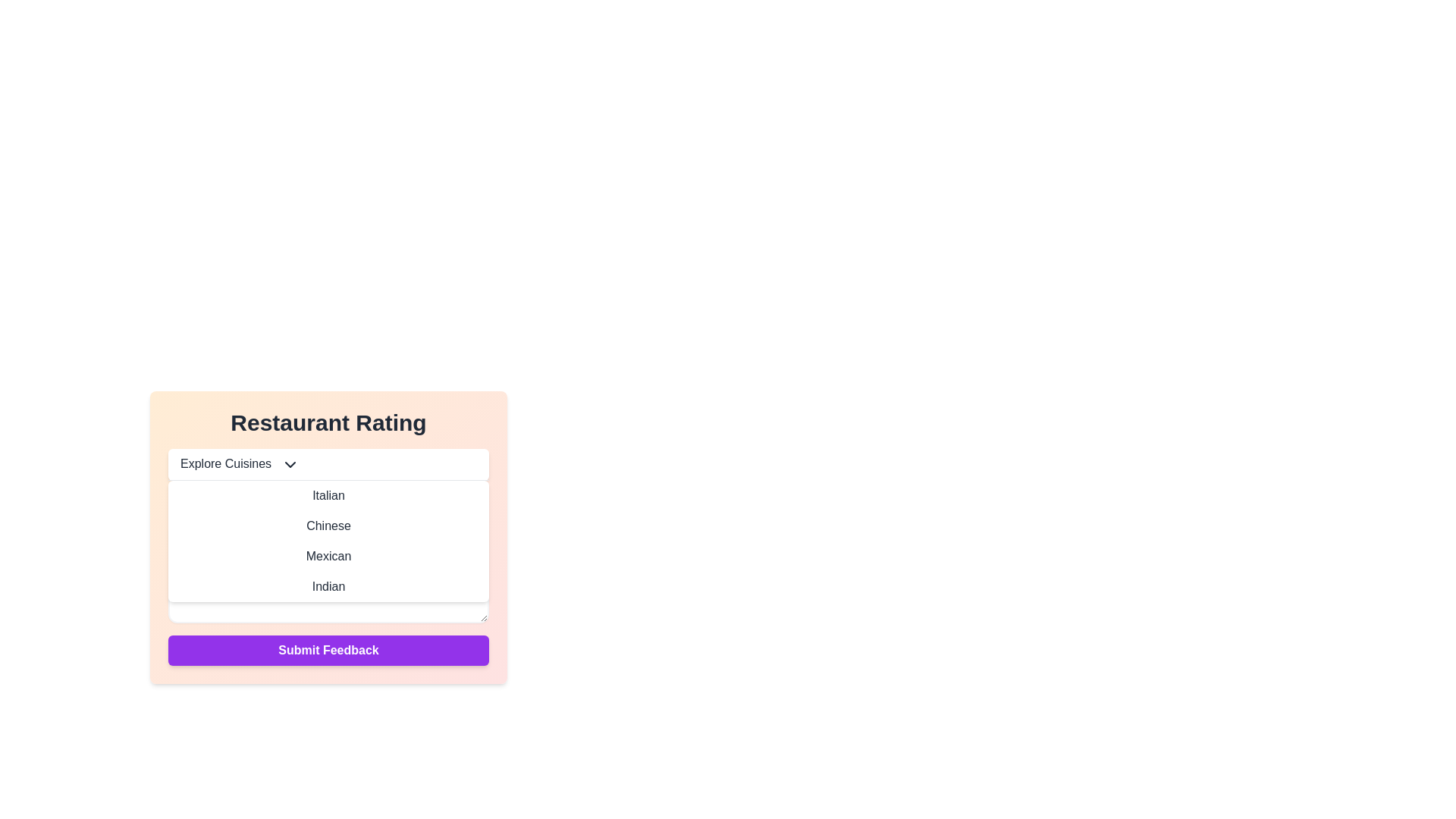  What do you see at coordinates (328, 495) in the screenshot?
I see `the first selectable list item labeled 'Italian'` at bounding box center [328, 495].